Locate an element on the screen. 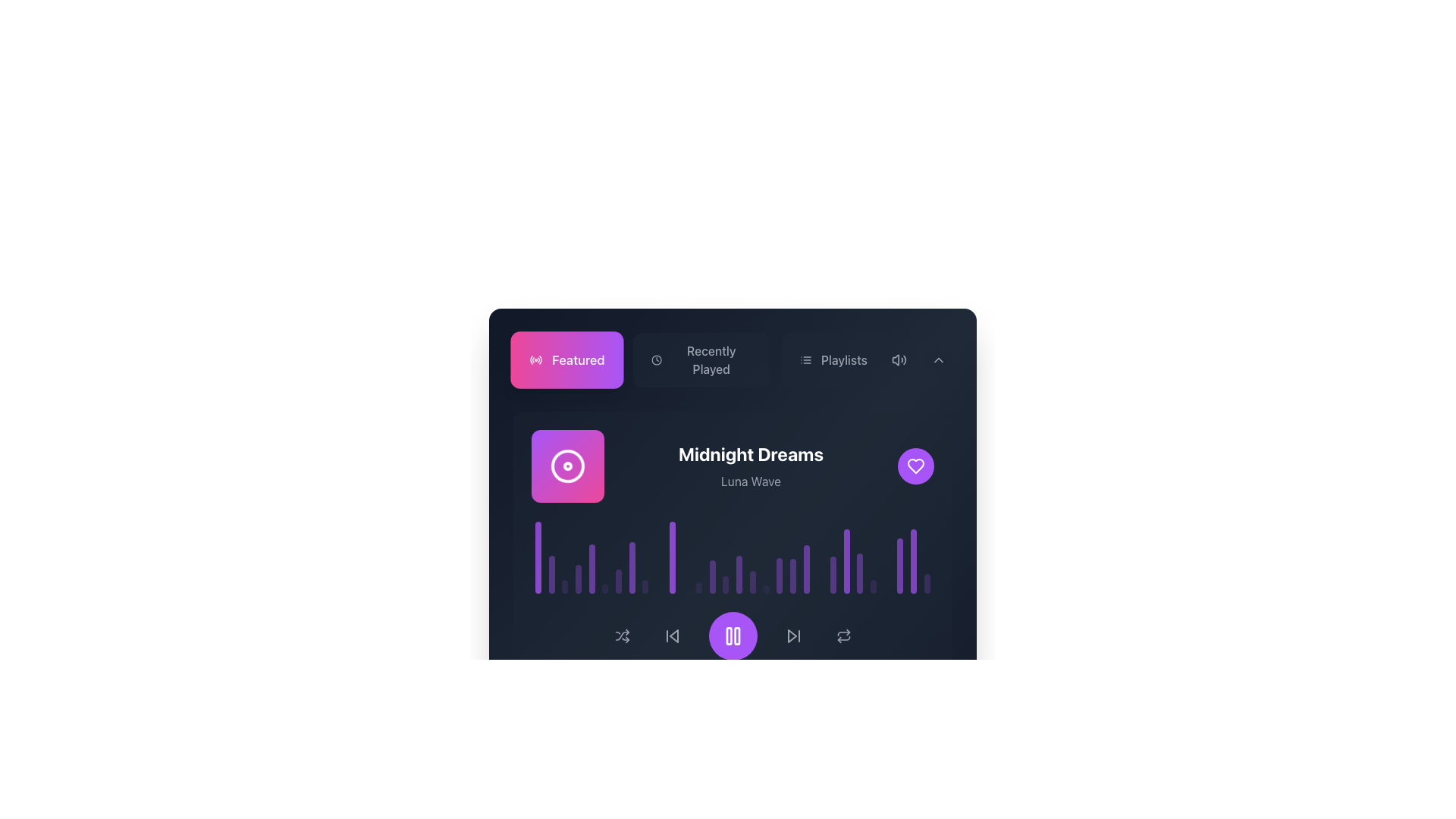  the waveform visualizer element located below the labels 'Midnight Dreams' and 'Luna Wave' is located at coordinates (733, 557).